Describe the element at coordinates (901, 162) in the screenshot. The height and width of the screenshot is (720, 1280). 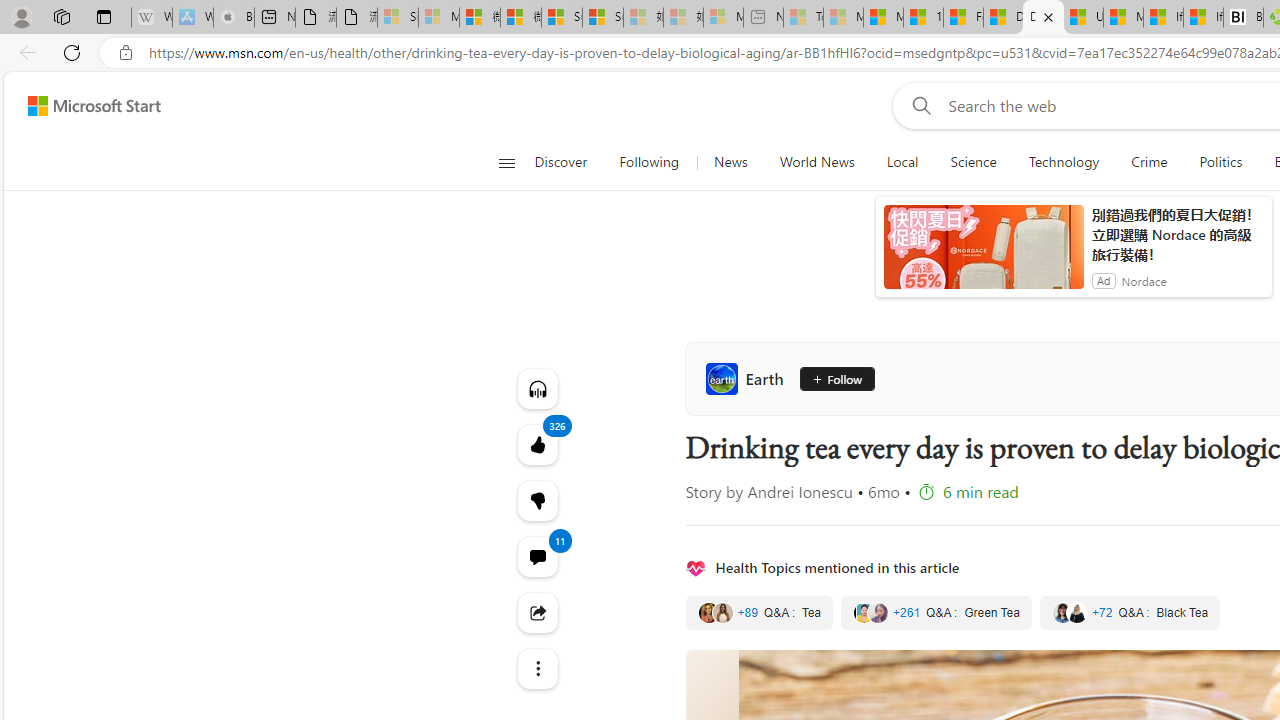
I see `'Local'` at that location.